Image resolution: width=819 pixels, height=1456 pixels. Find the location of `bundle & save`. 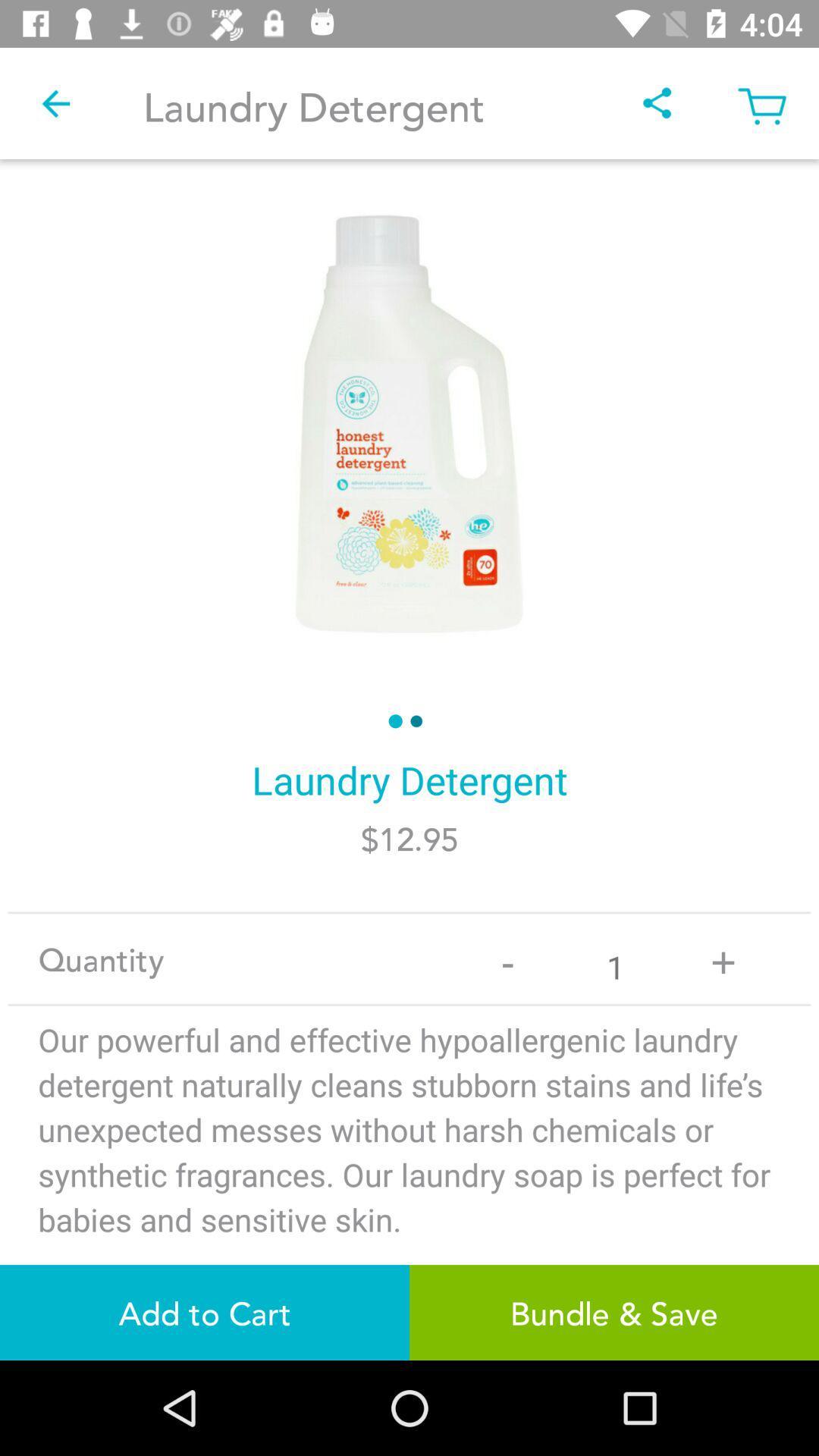

bundle & save is located at coordinates (614, 1312).